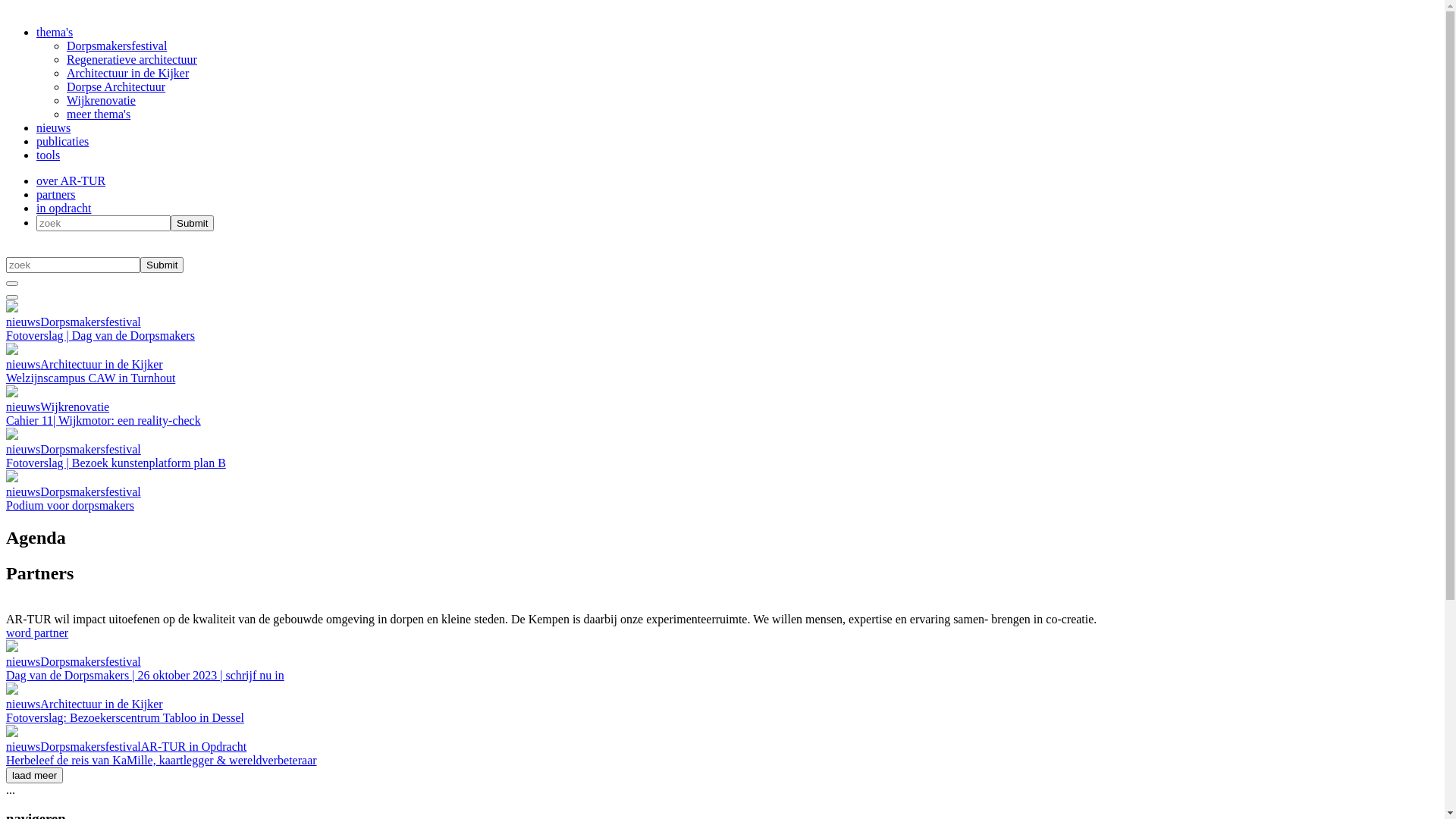 This screenshot has width=1456, height=819. Describe the element at coordinates (53, 127) in the screenshot. I see `'nieuws'` at that location.